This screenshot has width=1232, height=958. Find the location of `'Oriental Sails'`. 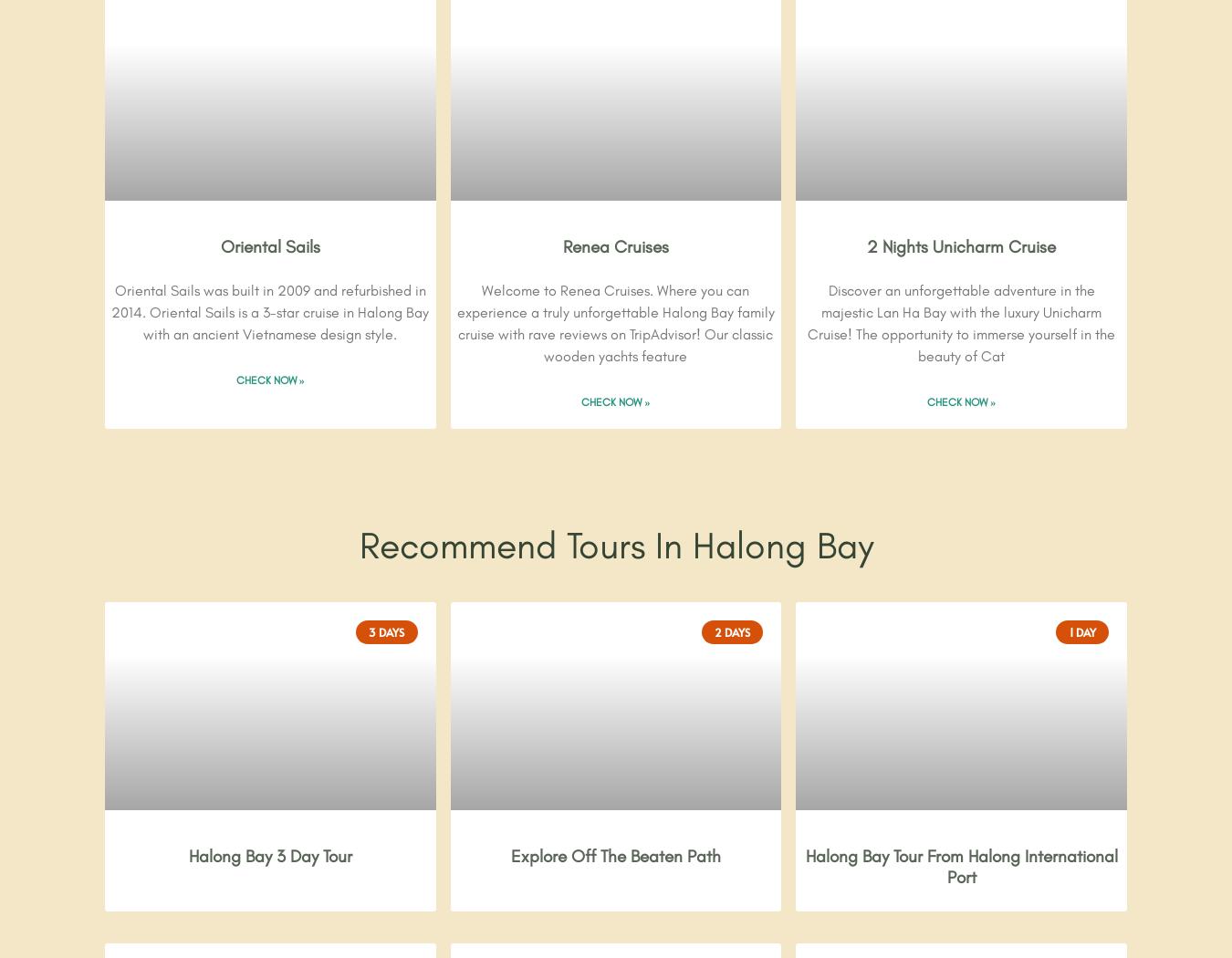

'Oriental Sails' is located at coordinates (268, 245).